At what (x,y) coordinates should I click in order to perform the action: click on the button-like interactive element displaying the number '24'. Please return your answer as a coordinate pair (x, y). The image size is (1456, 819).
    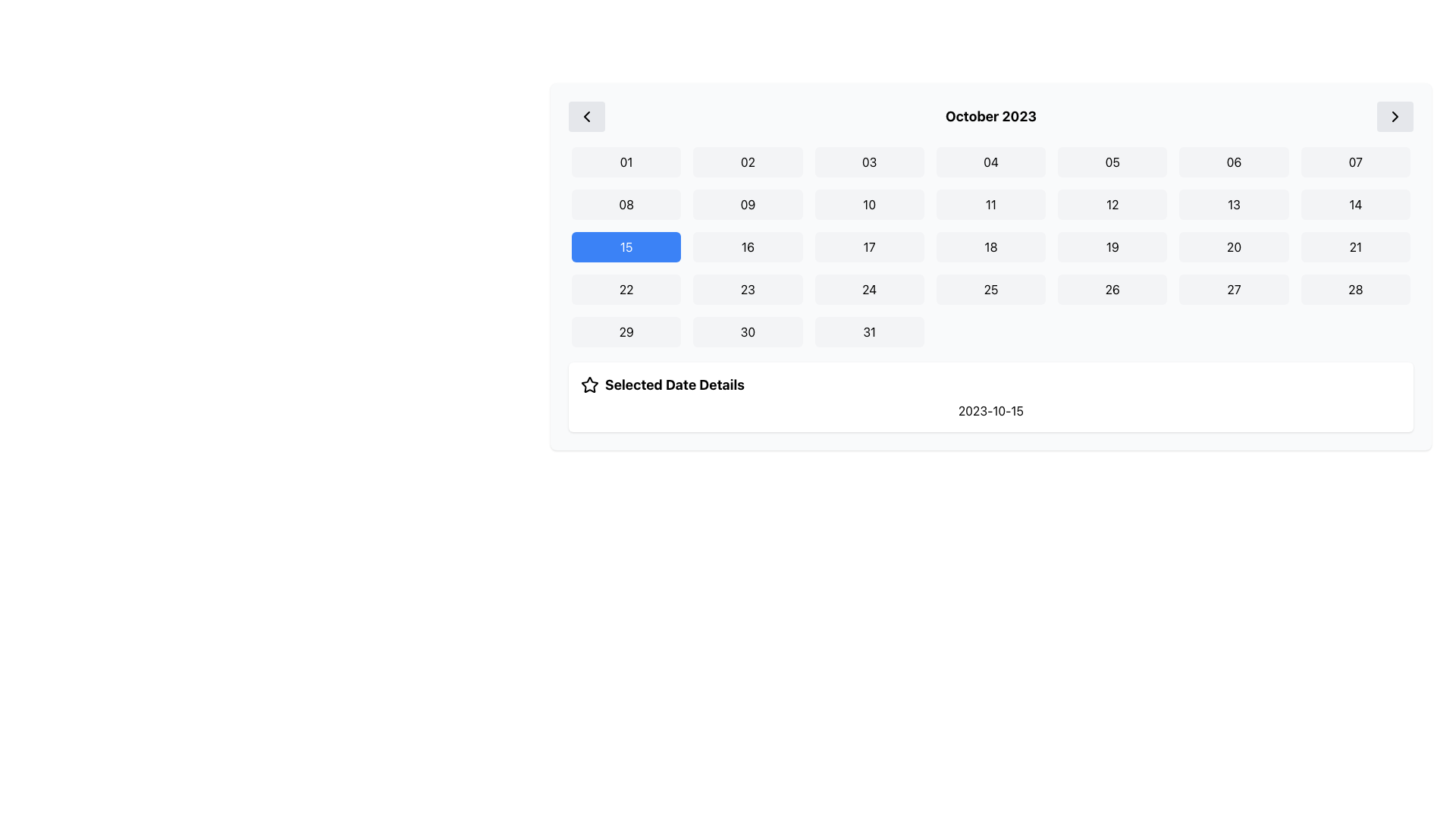
    Looking at the image, I should click on (869, 289).